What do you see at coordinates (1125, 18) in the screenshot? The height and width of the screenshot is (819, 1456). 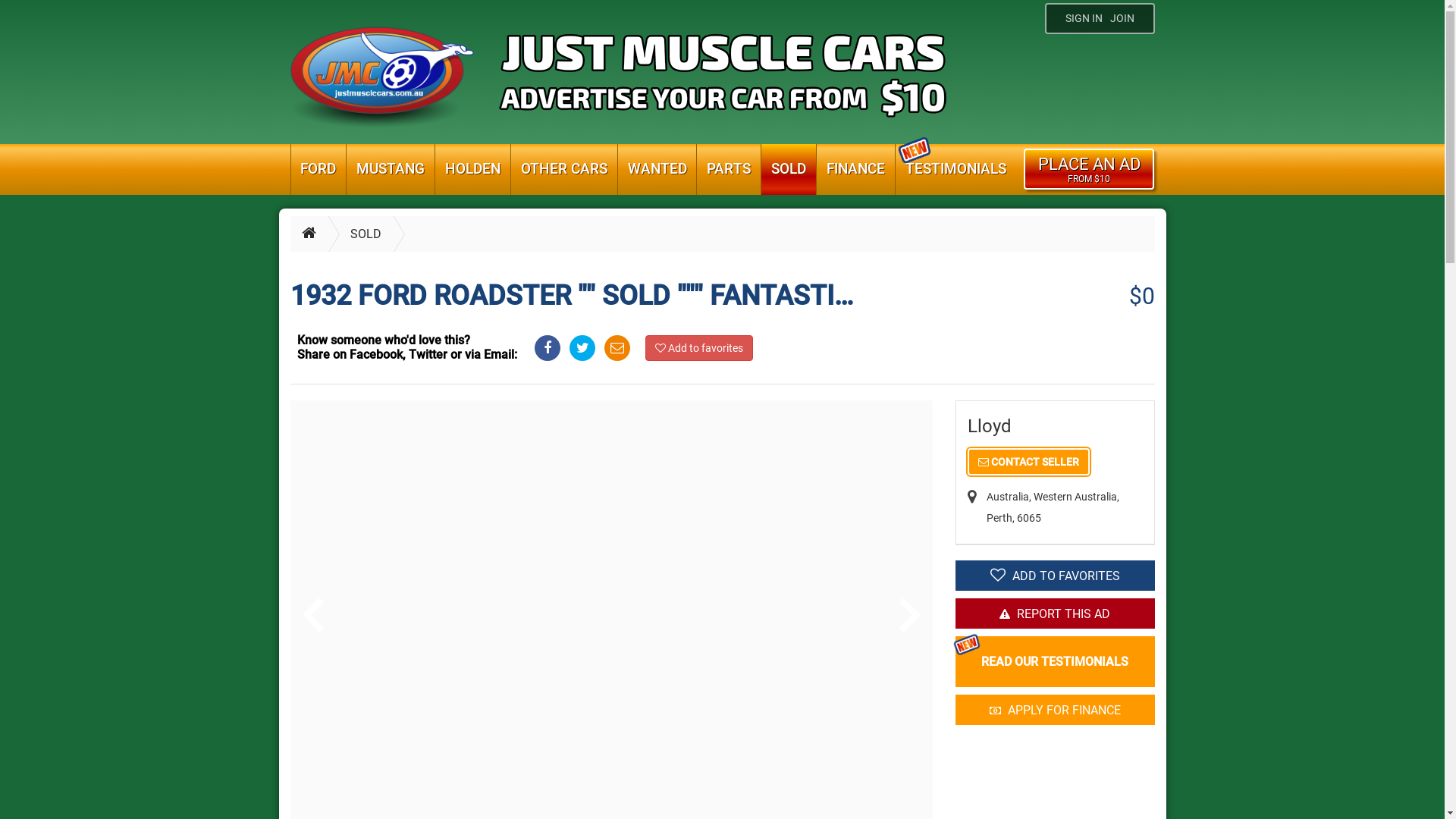 I see `'JOIN'` at bounding box center [1125, 18].